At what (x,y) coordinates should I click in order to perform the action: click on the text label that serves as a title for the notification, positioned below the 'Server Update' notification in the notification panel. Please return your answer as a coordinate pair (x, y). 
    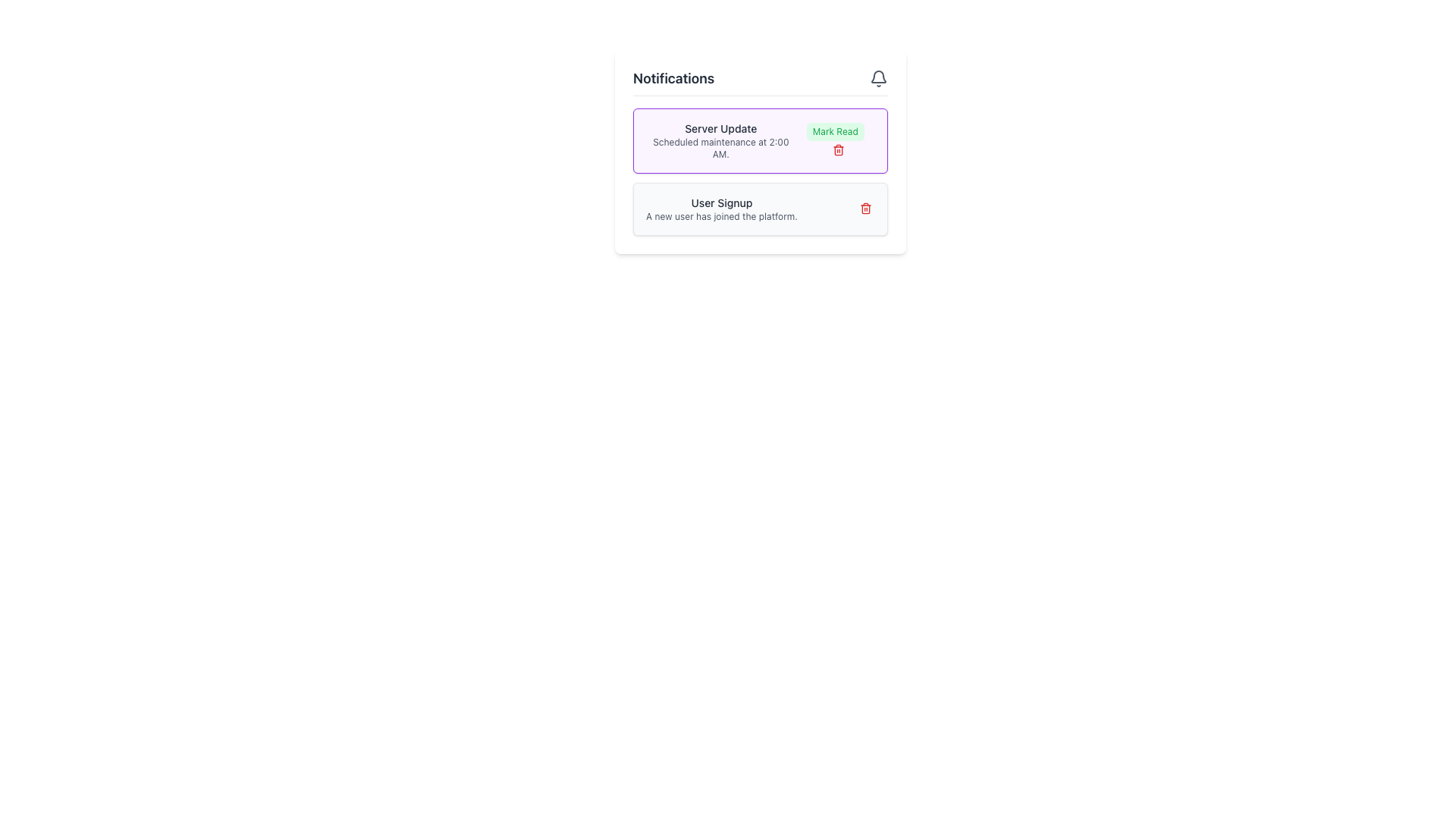
    Looking at the image, I should click on (720, 202).